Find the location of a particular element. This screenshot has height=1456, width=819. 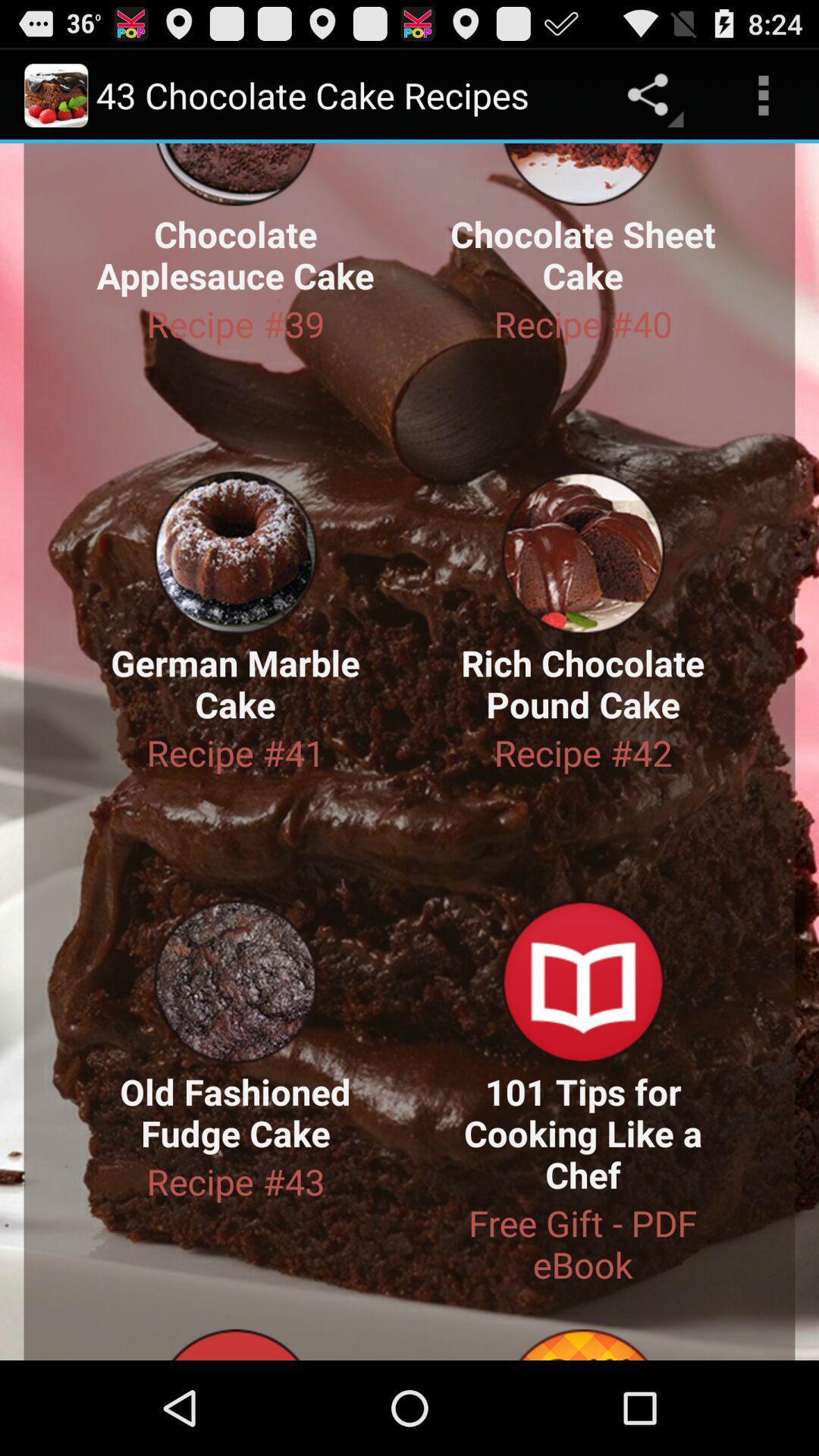

the image above the text rich chocolate pound cake is located at coordinates (582, 552).